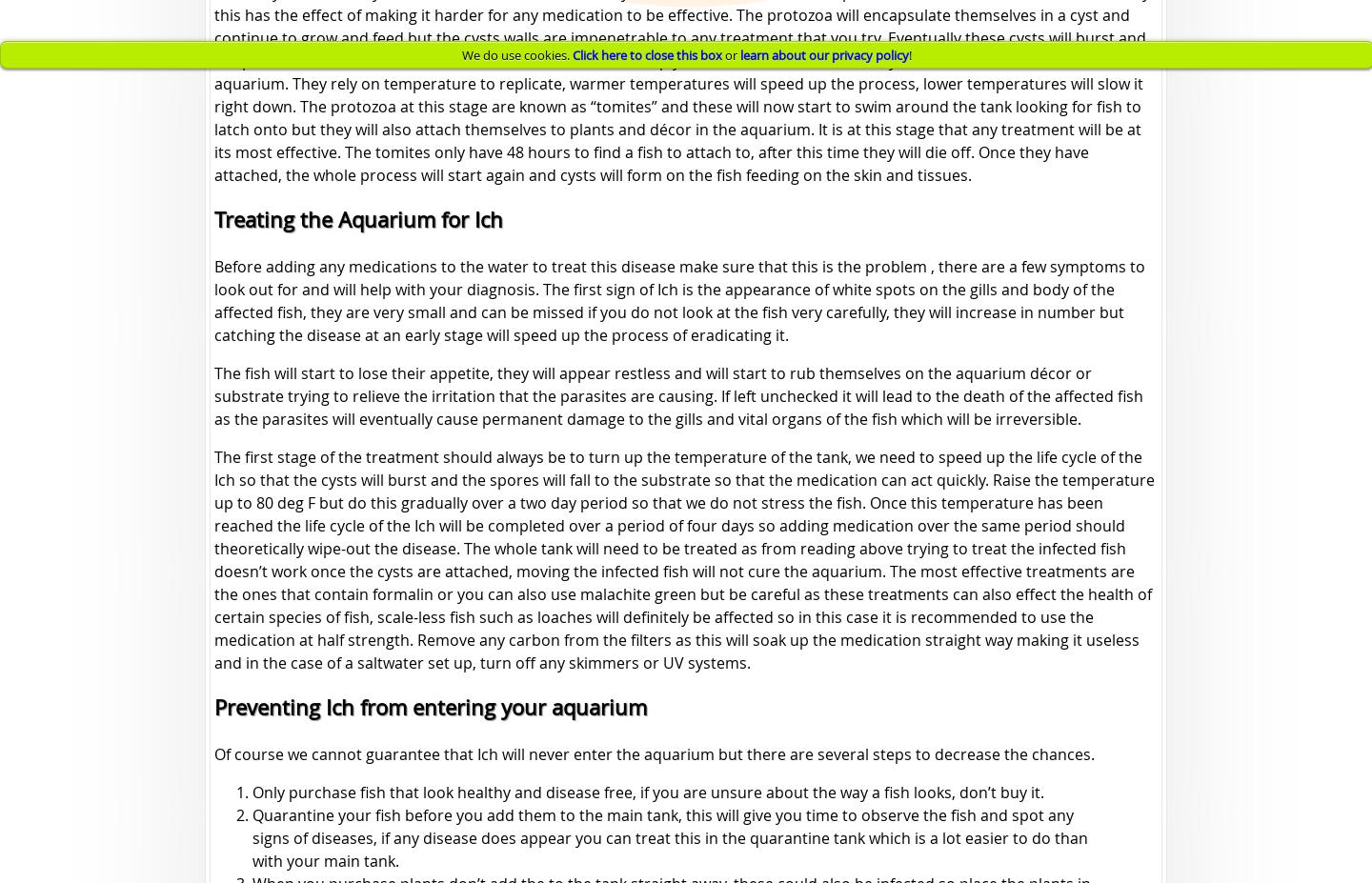 Image resolution: width=1372 pixels, height=883 pixels. I want to click on 'Quarantine your fish before you add them to the main tank, this will give you time to observe the fish and spot any signs of diseases, if any disease does appear you can treat this in the quarantine tank which is a lot easier to do than with your main tank.', so click(670, 838).